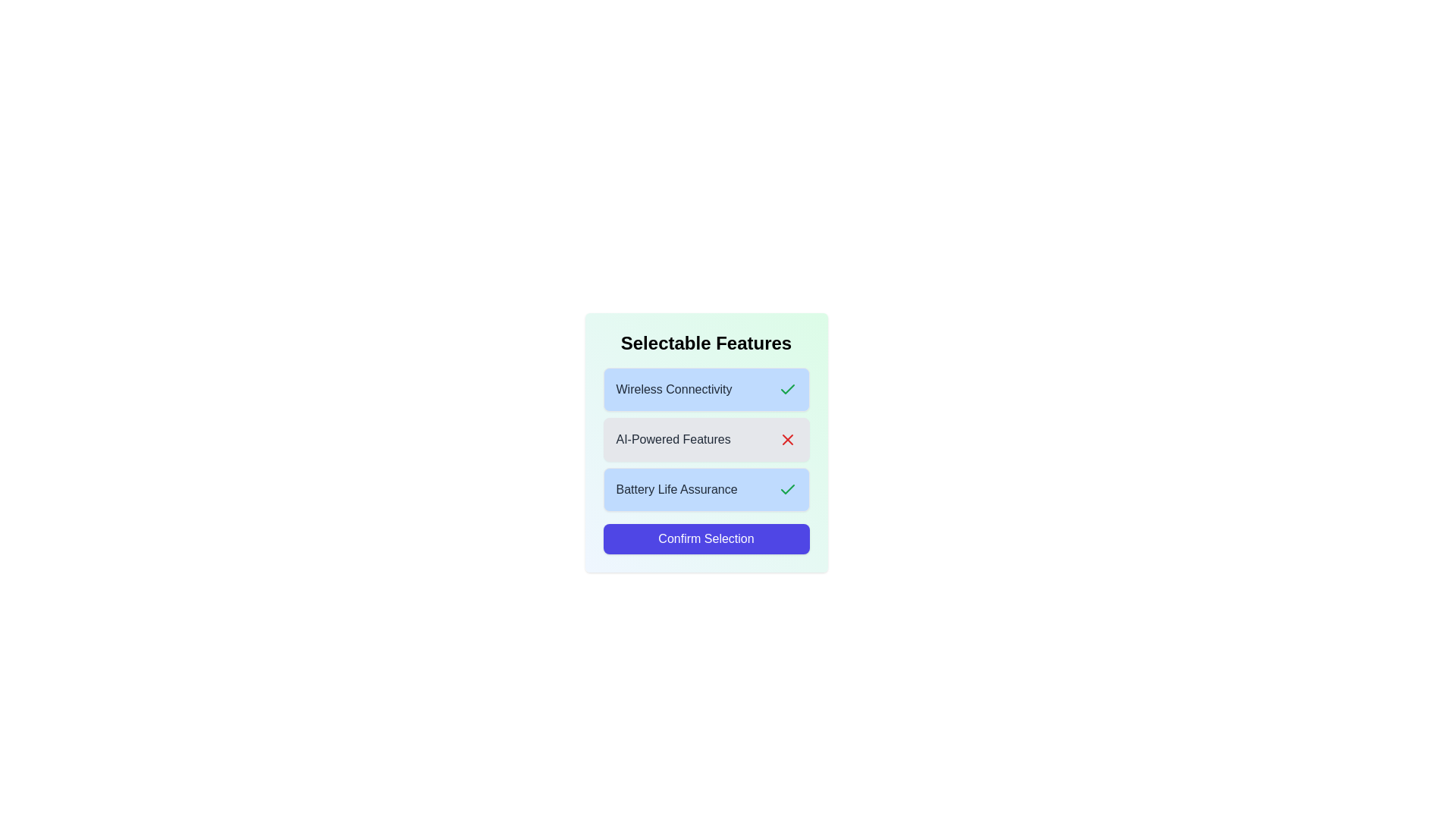 The width and height of the screenshot is (1456, 819). Describe the element at coordinates (676, 489) in the screenshot. I see `text label that provides information about the 'Battery Life Assurance' feature, located below 'AI-Powered Features' and within a card that includes a green checkmark icon` at that location.